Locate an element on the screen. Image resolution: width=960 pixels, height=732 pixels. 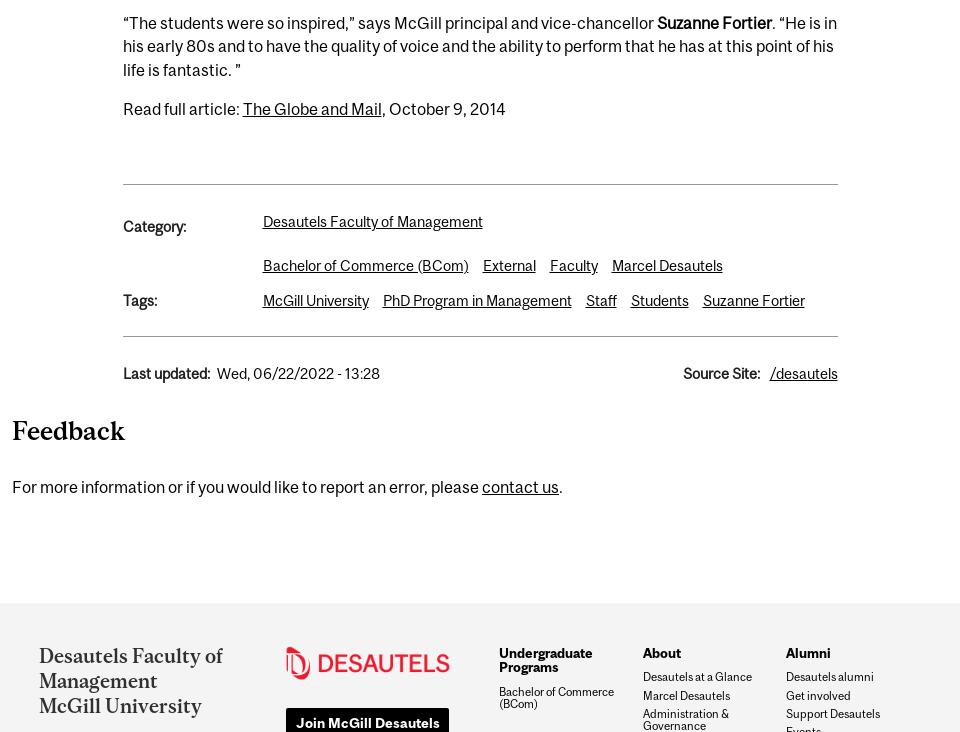
'For more information or if you would like to report an error, please' is located at coordinates (11, 485).